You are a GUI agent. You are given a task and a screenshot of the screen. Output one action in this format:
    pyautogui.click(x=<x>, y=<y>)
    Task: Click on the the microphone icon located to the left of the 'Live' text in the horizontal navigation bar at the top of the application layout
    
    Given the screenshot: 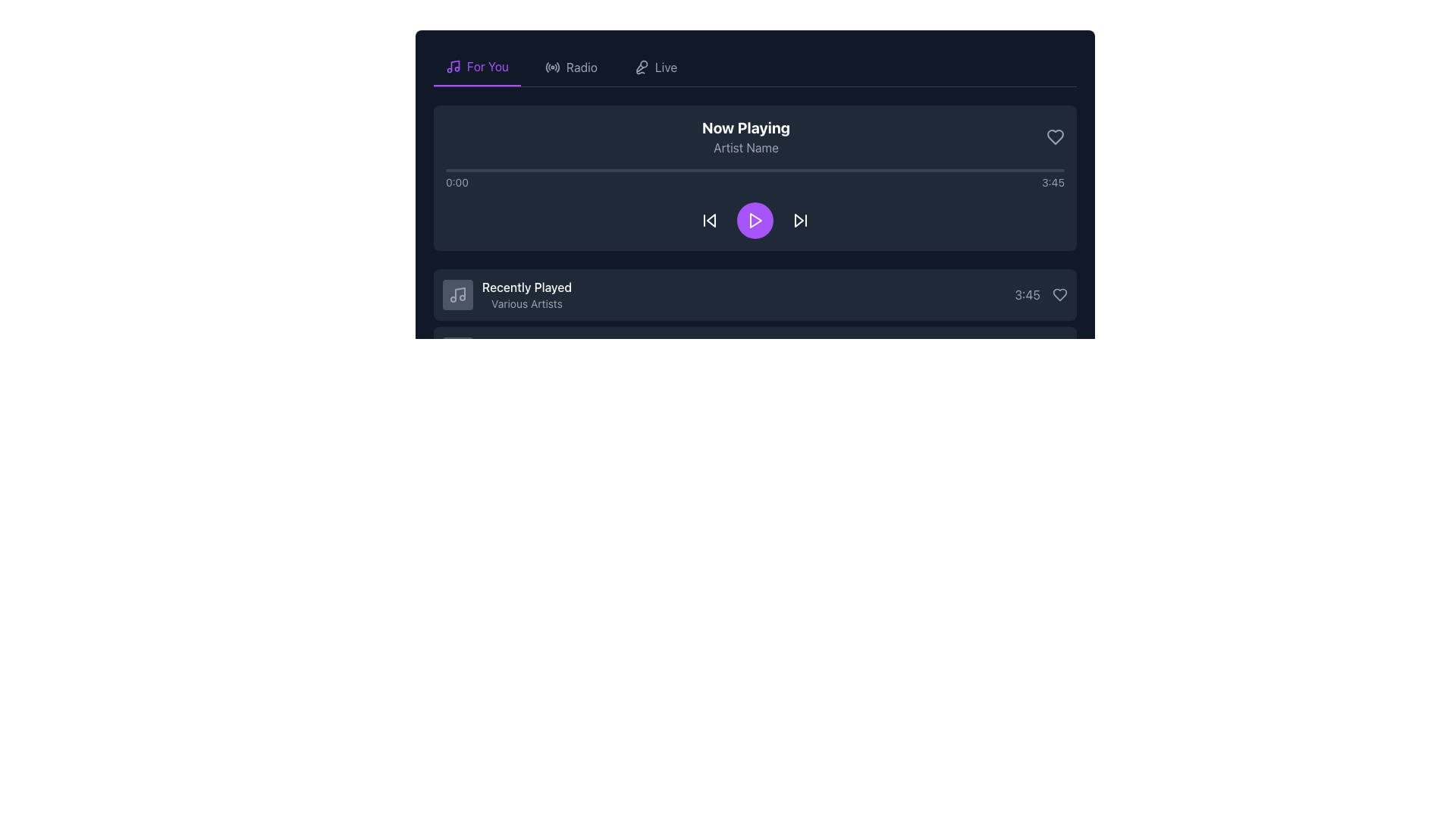 What is the action you would take?
    pyautogui.click(x=641, y=66)
    